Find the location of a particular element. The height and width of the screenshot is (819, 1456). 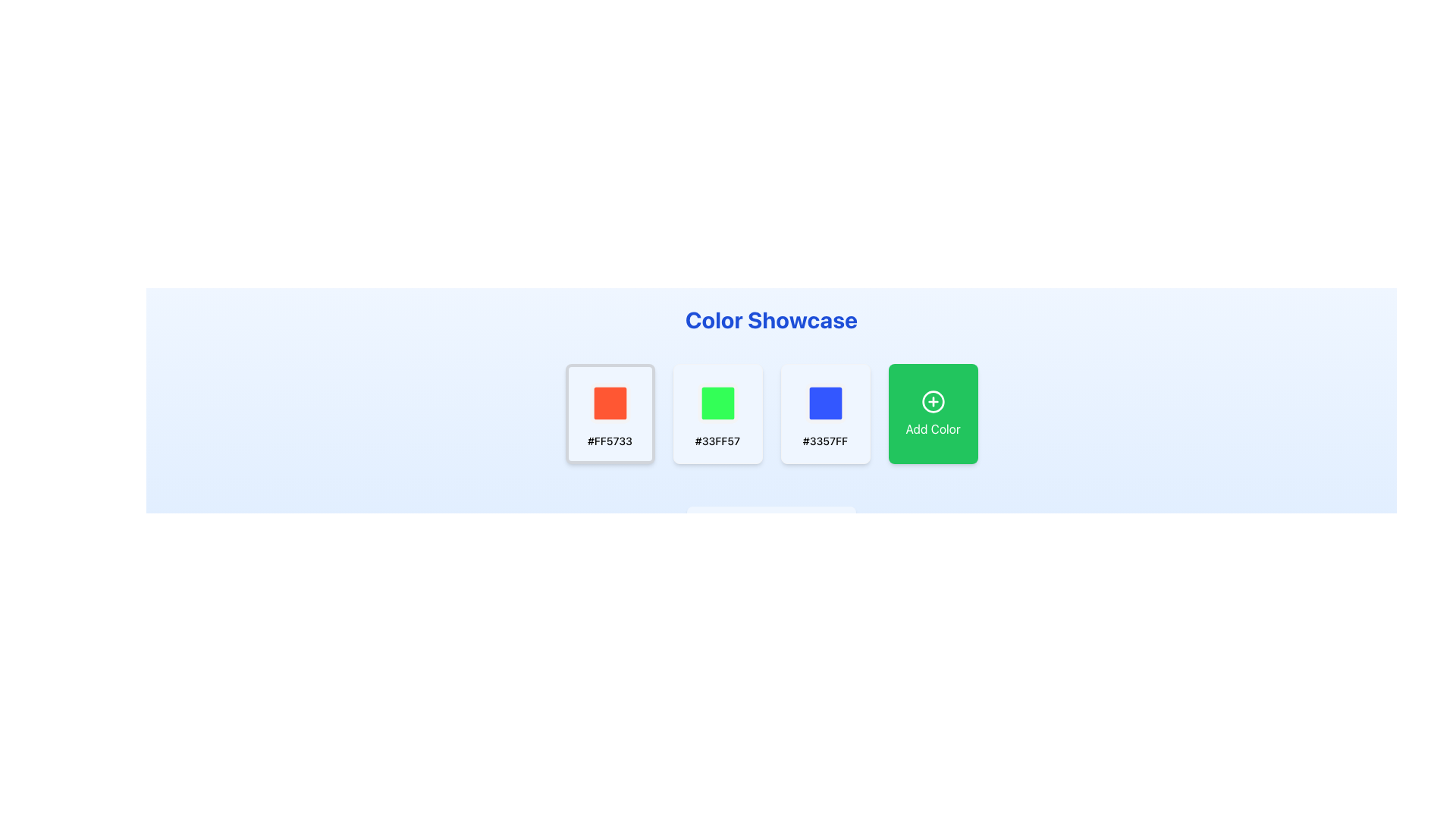

the color code for the green square color swatch tile with the code '#33FF57', located in the 'Color Showcase' grid is located at coordinates (717, 414).